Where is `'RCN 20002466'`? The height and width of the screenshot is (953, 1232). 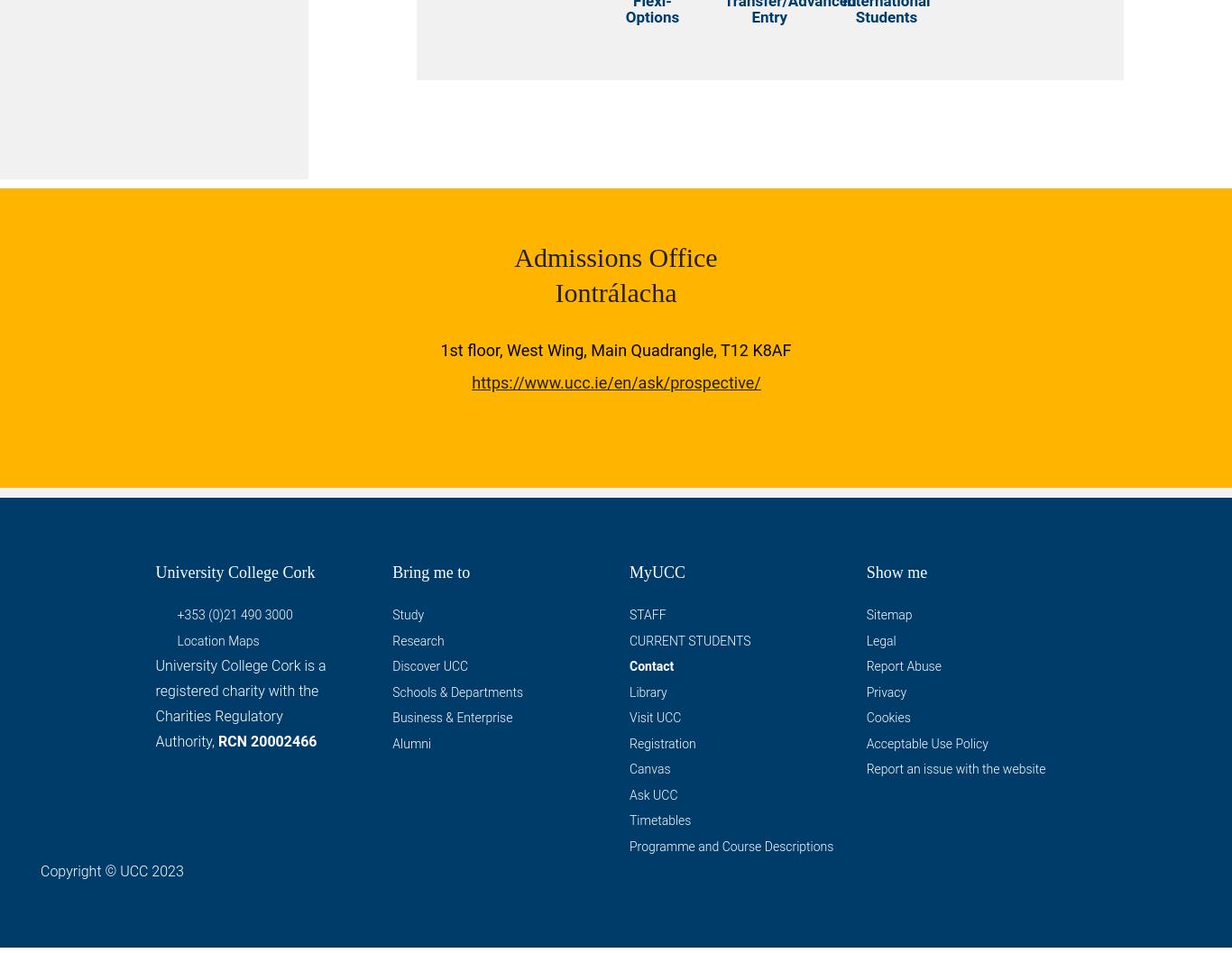 'RCN 20002466' is located at coordinates (218, 746).